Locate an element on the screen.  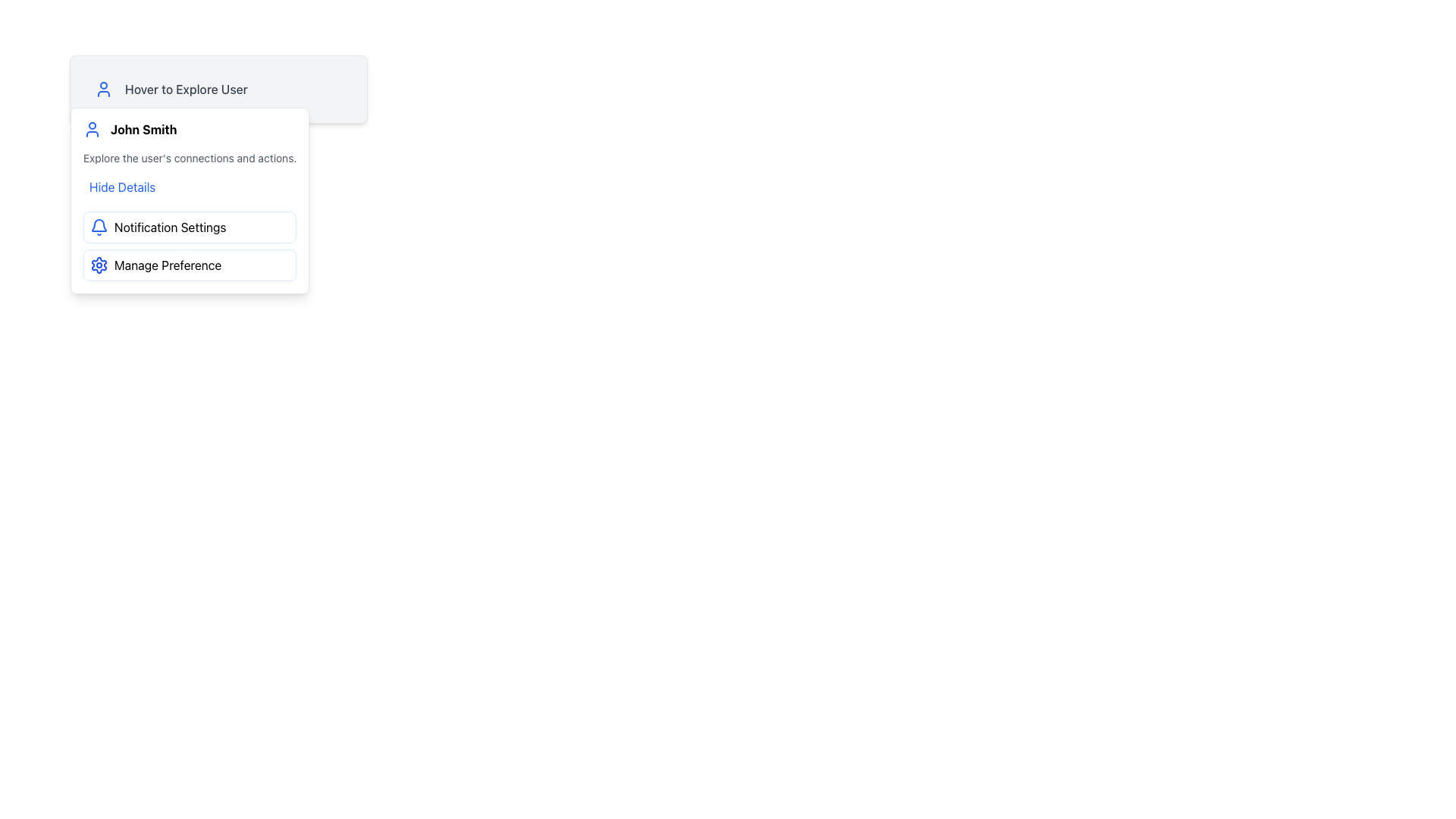
the text label indicating notification settings, which is the second item in the dropdown menu, positioned below 'John Smith' and above 'Manage Preference' is located at coordinates (170, 227).